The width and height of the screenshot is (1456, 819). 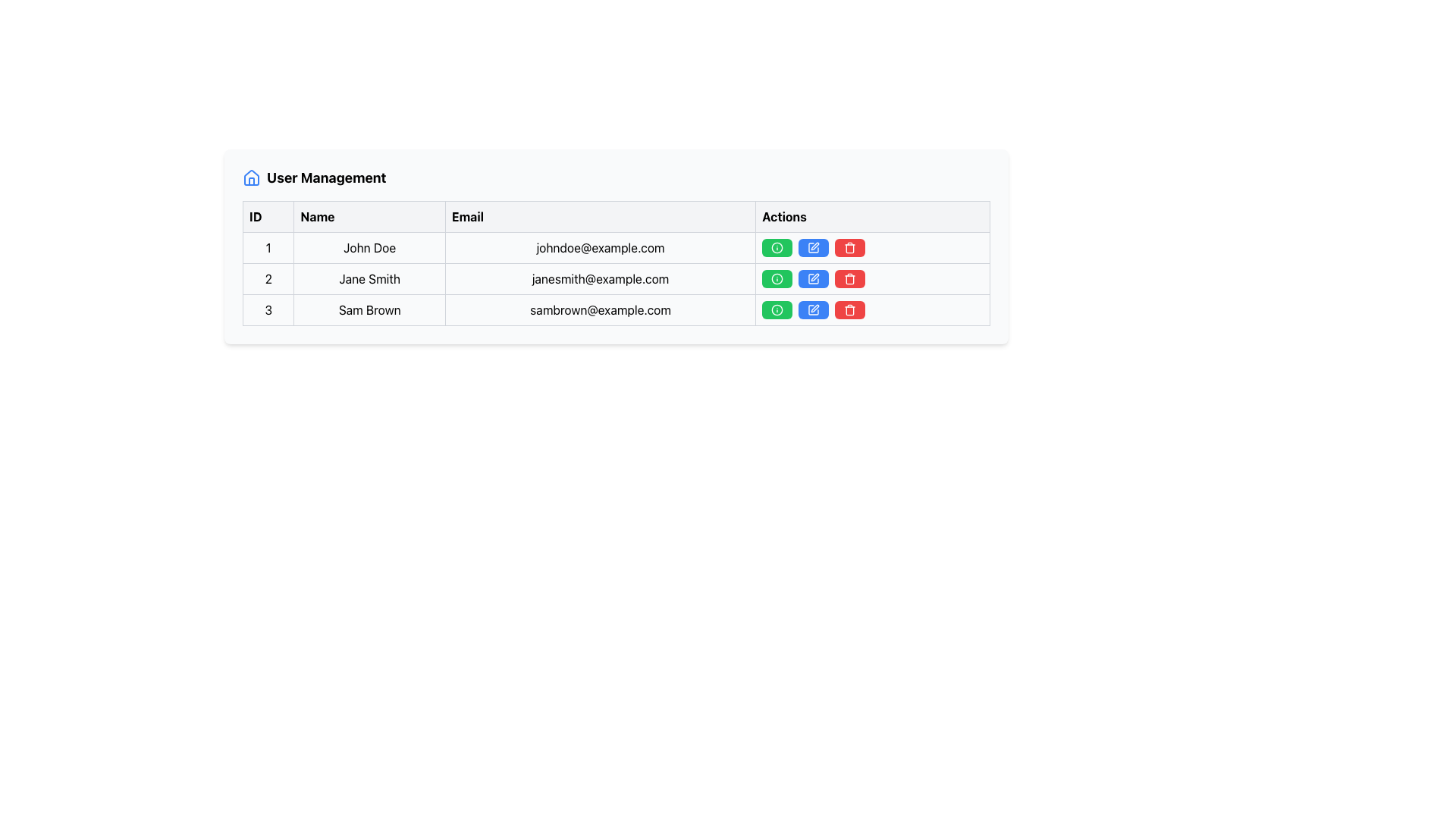 What do you see at coordinates (850, 278) in the screenshot?
I see `the red delete button with a trash can icon located in the 'Actions' column of the table for the user with the email 'janesmith@example.com'` at bounding box center [850, 278].